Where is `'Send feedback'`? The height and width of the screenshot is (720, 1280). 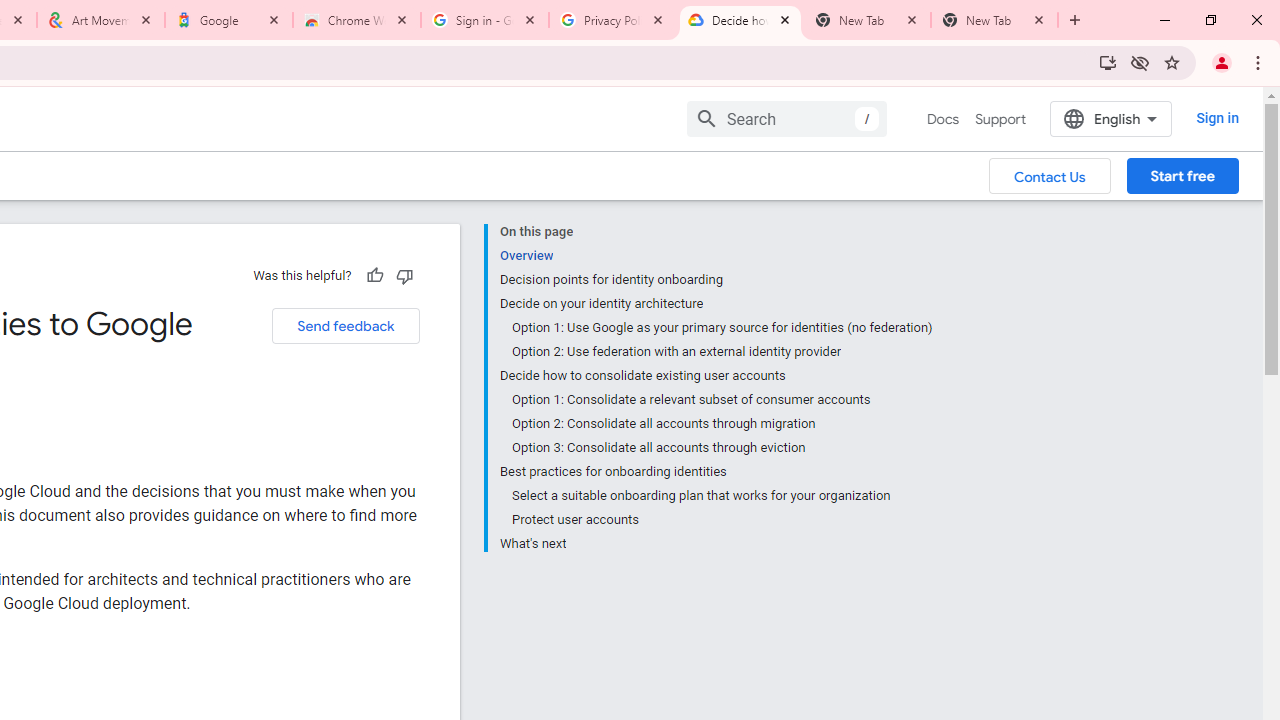
'Send feedback' is located at coordinates (345, 325).